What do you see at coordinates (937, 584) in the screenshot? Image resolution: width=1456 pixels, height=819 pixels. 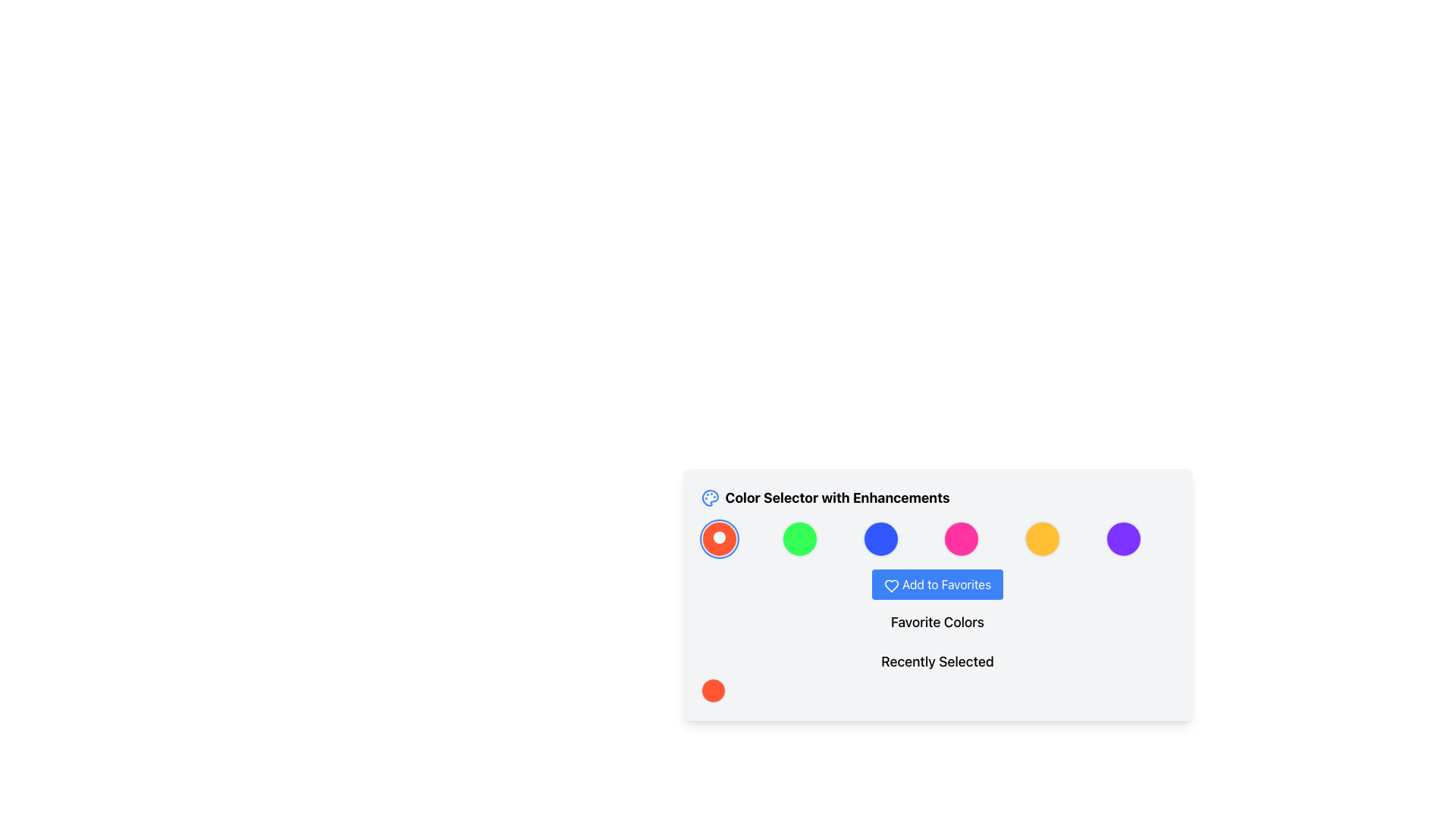 I see `the 'Add to Favorites' button with a blue background and heart icon` at bounding box center [937, 584].